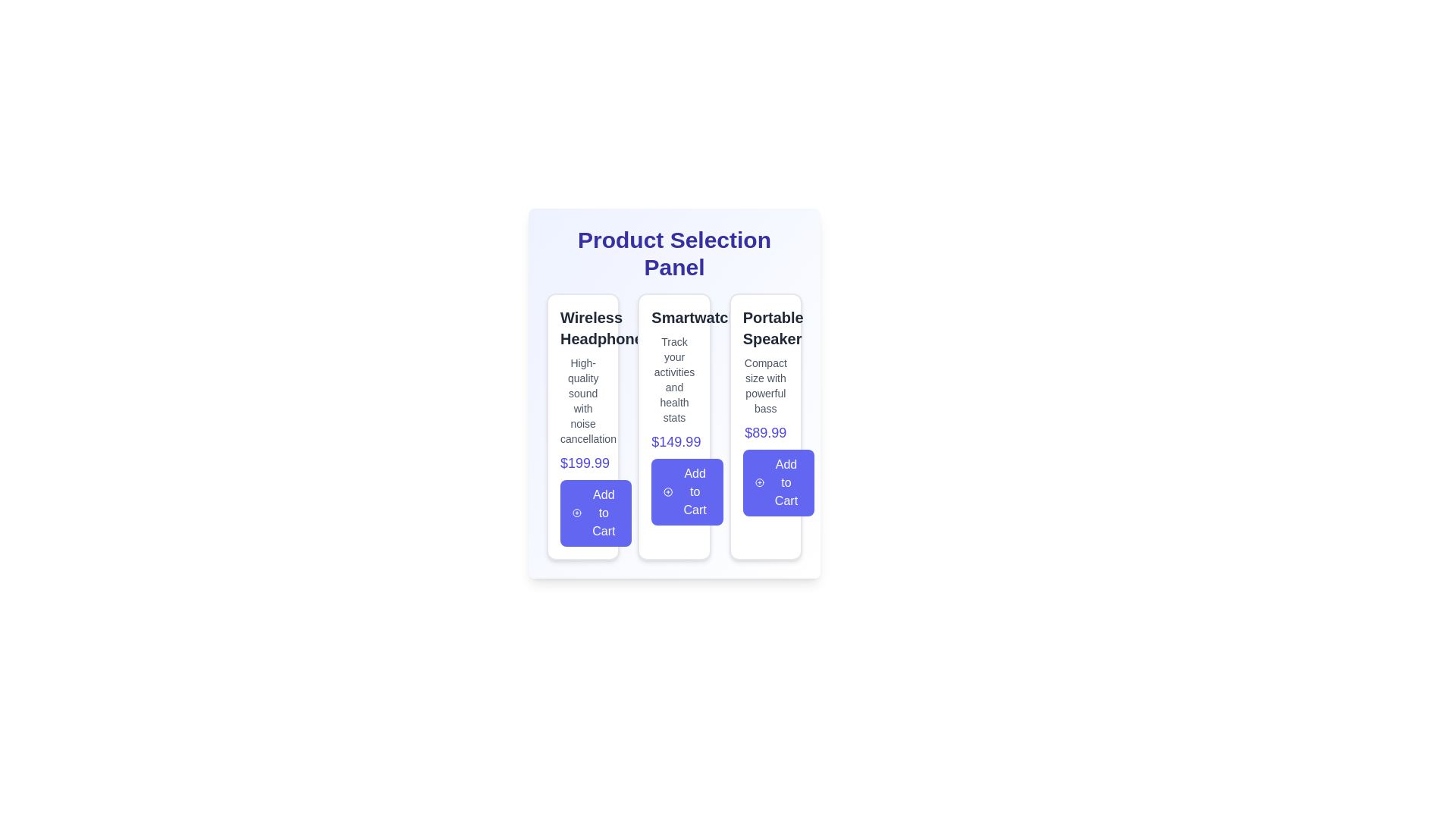 This screenshot has width=1456, height=819. Describe the element at coordinates (595, 513) in the screenshot. I see `the 'Add to Cart' button, which is a vibrant blue button with white text and a plus icon, located at the bottom of the product card for 'Wireless Headphones.'` at that location.